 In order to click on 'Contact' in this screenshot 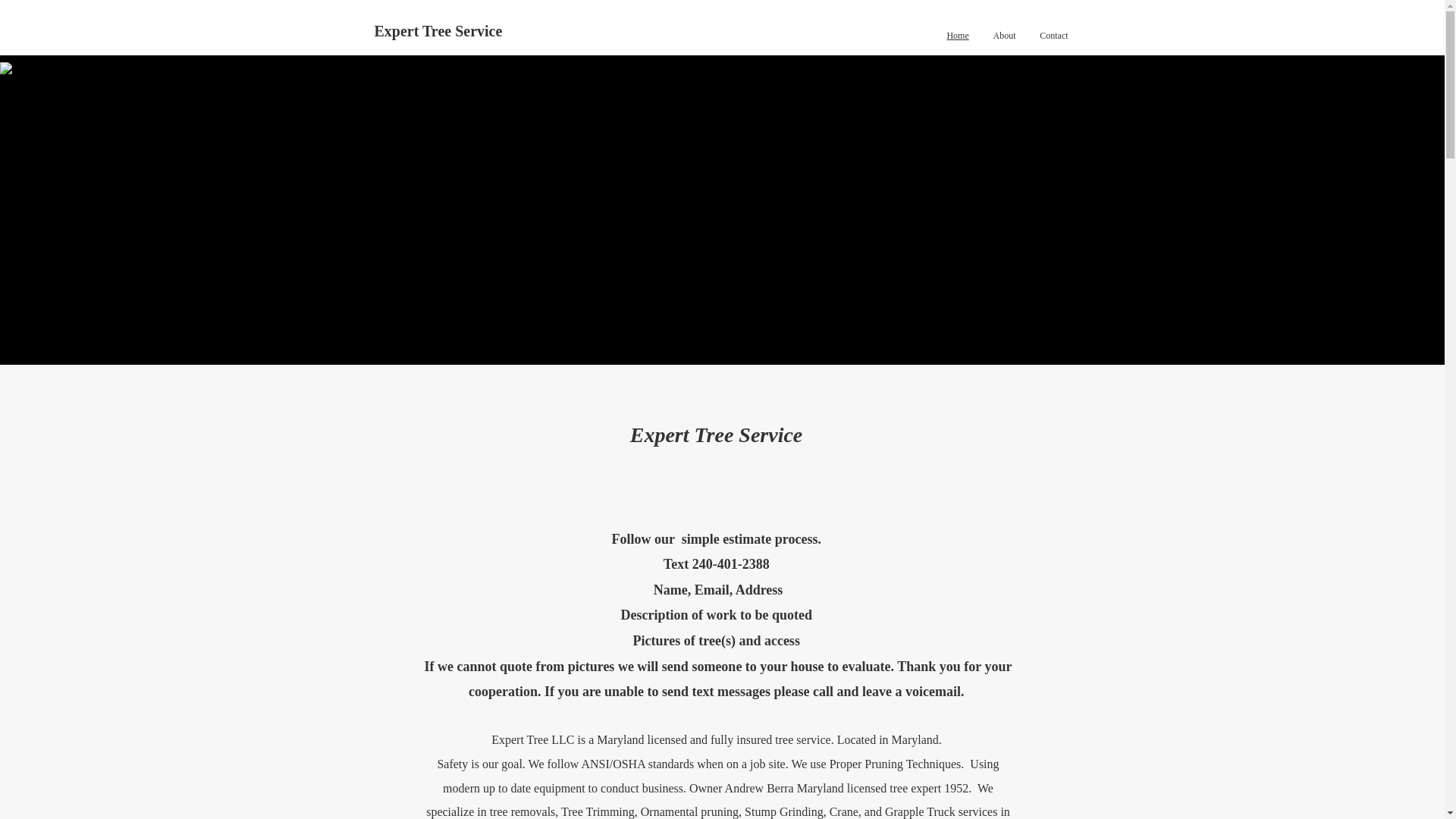, I will do `click(1053, 34)`.